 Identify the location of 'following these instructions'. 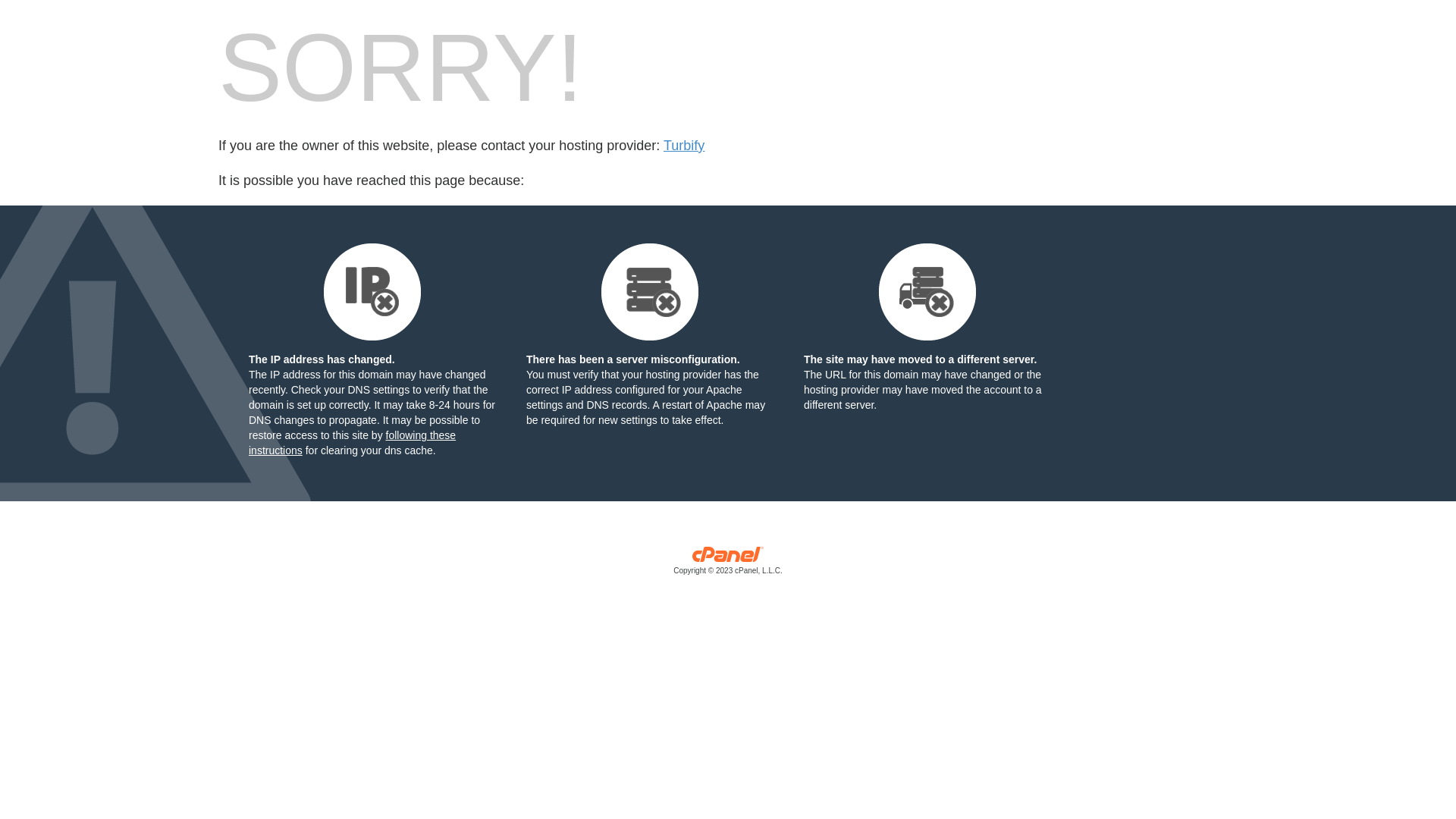
(351, 442).